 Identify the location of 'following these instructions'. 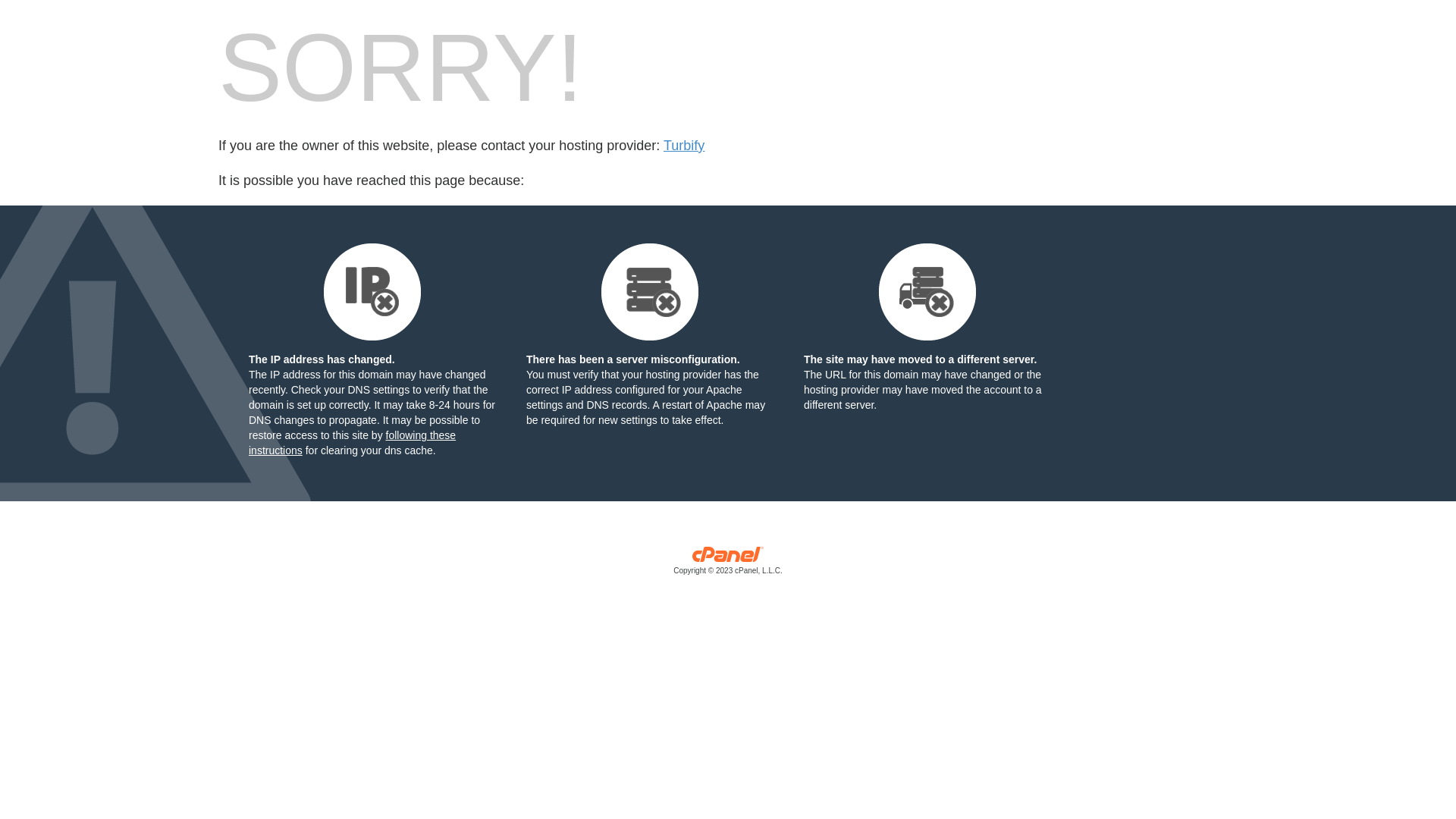
(351, 442).